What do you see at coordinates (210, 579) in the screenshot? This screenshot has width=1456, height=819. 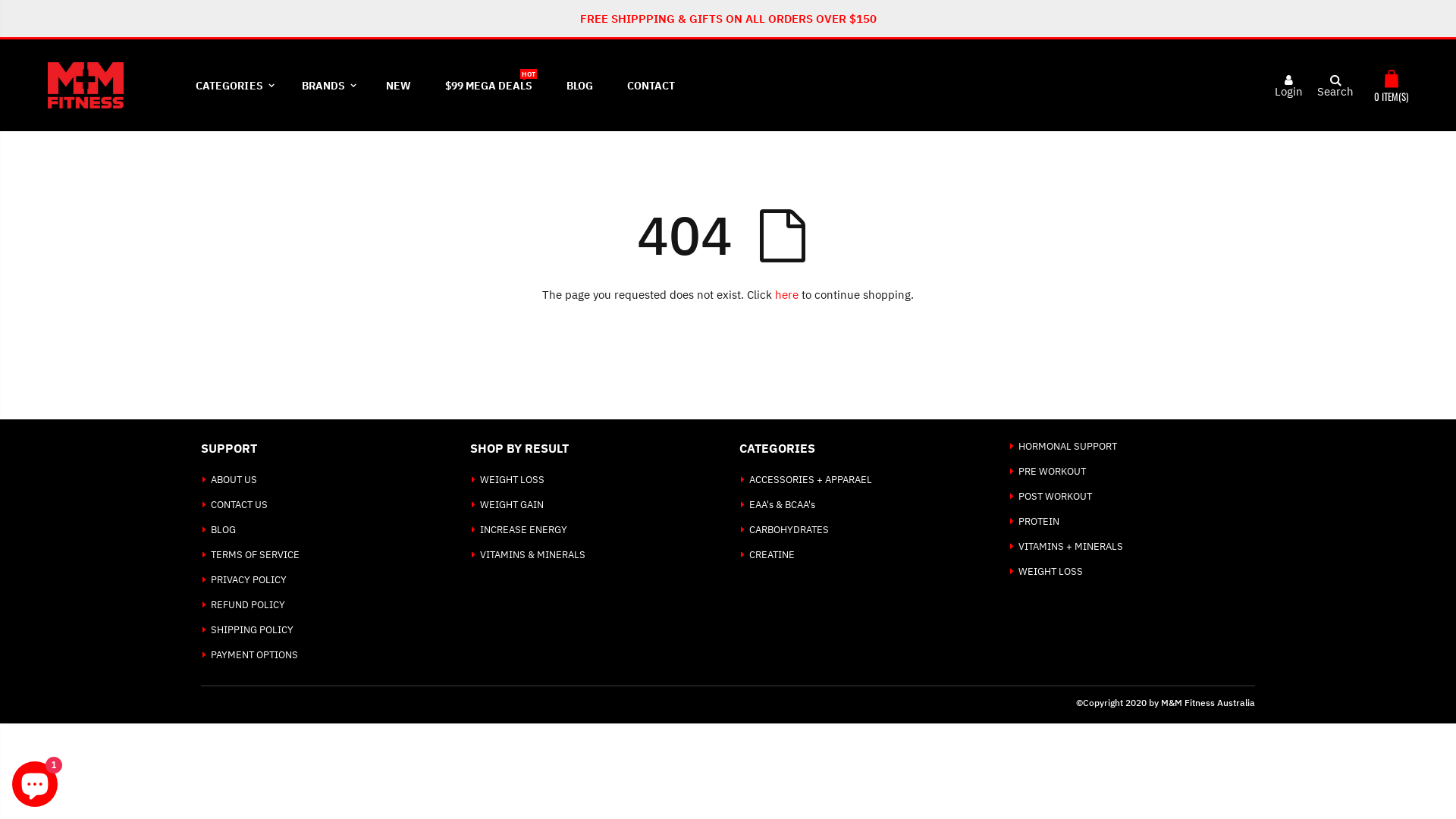 I see `'PRIVACY POLICY'` at bounding box center [210, 579].